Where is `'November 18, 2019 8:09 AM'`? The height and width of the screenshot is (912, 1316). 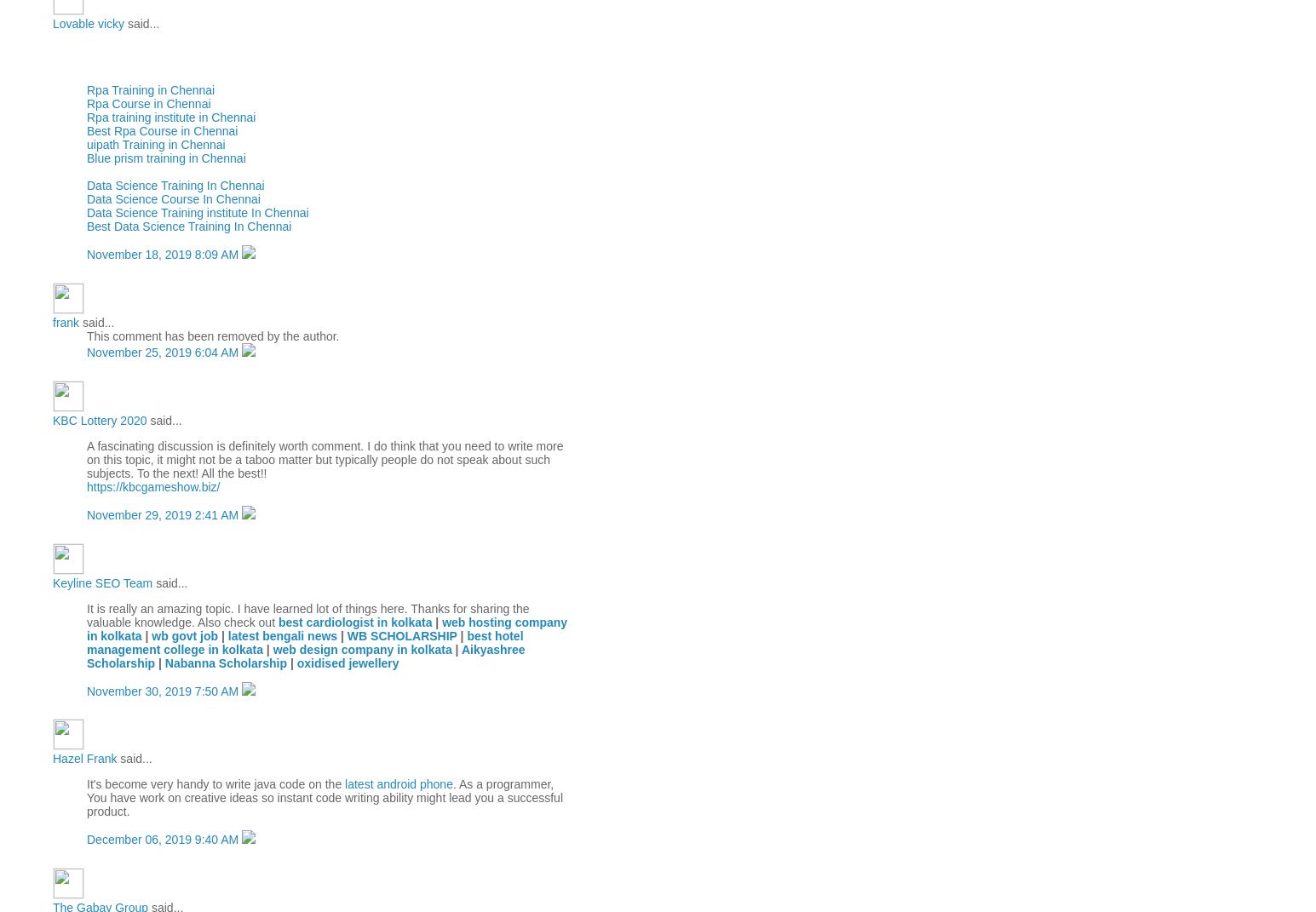
'November 18, 2019 8:09 AM' is located at coordinates (164, 255).